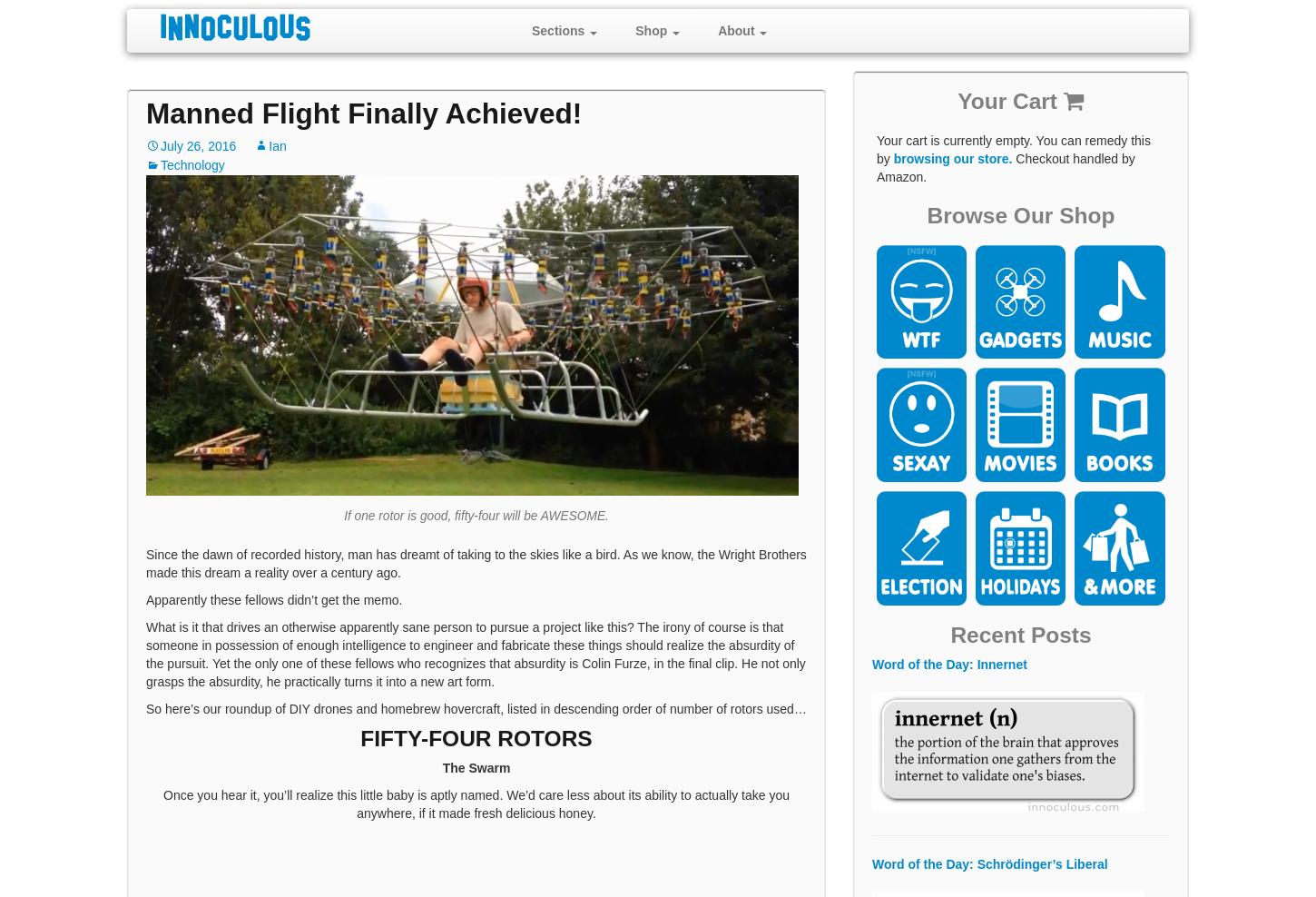 This screenshot has width=1316, height=897. What do you see at coordinates (476, 738) in the screenshot?
I see `'FIFTY-FOUR ROTORS'` at bounding box center [476, 738].